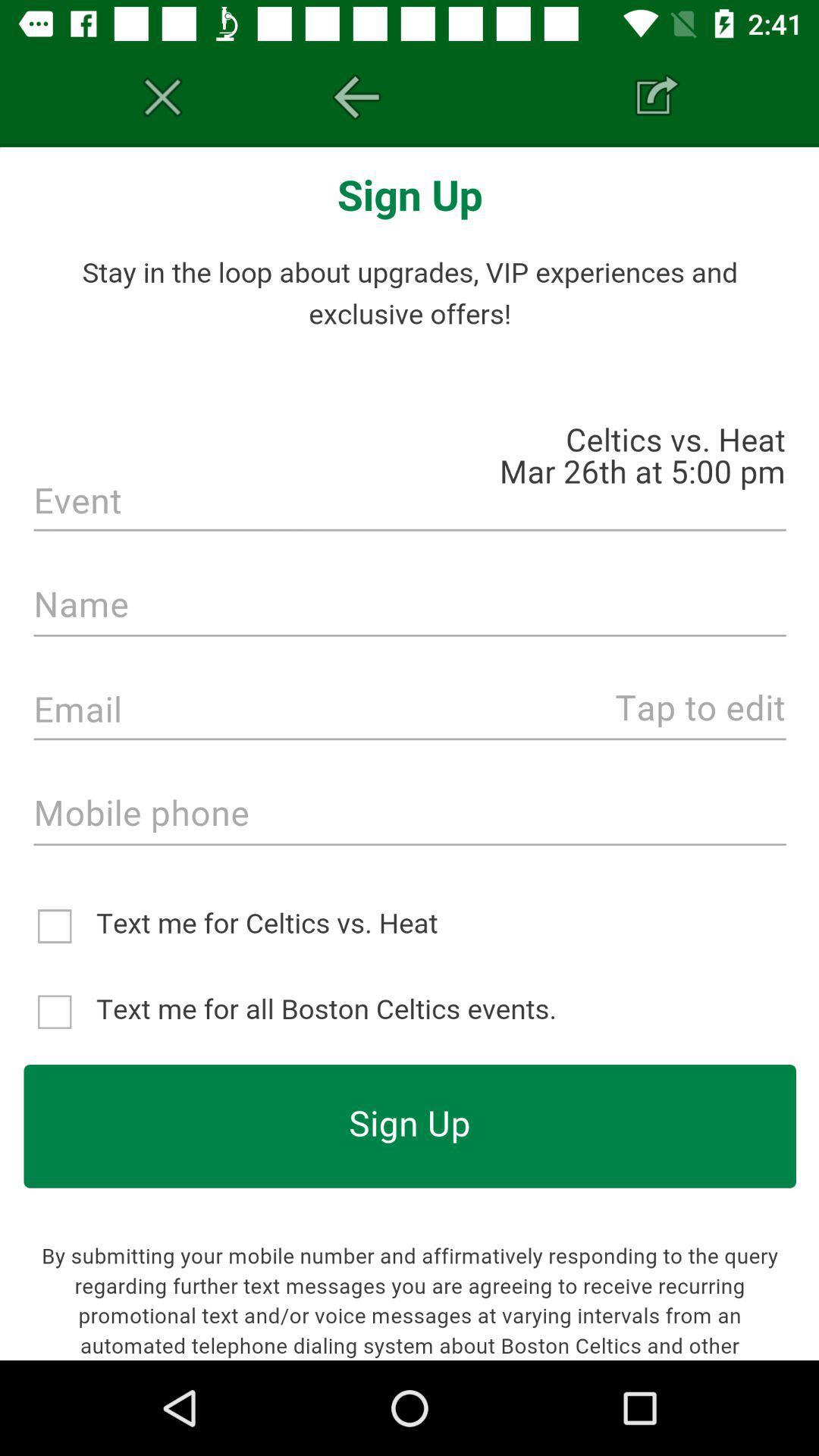  What do you see at coordinates (162, 96) in the screenshot?
I see `screen` at bounding box center [162, 96].